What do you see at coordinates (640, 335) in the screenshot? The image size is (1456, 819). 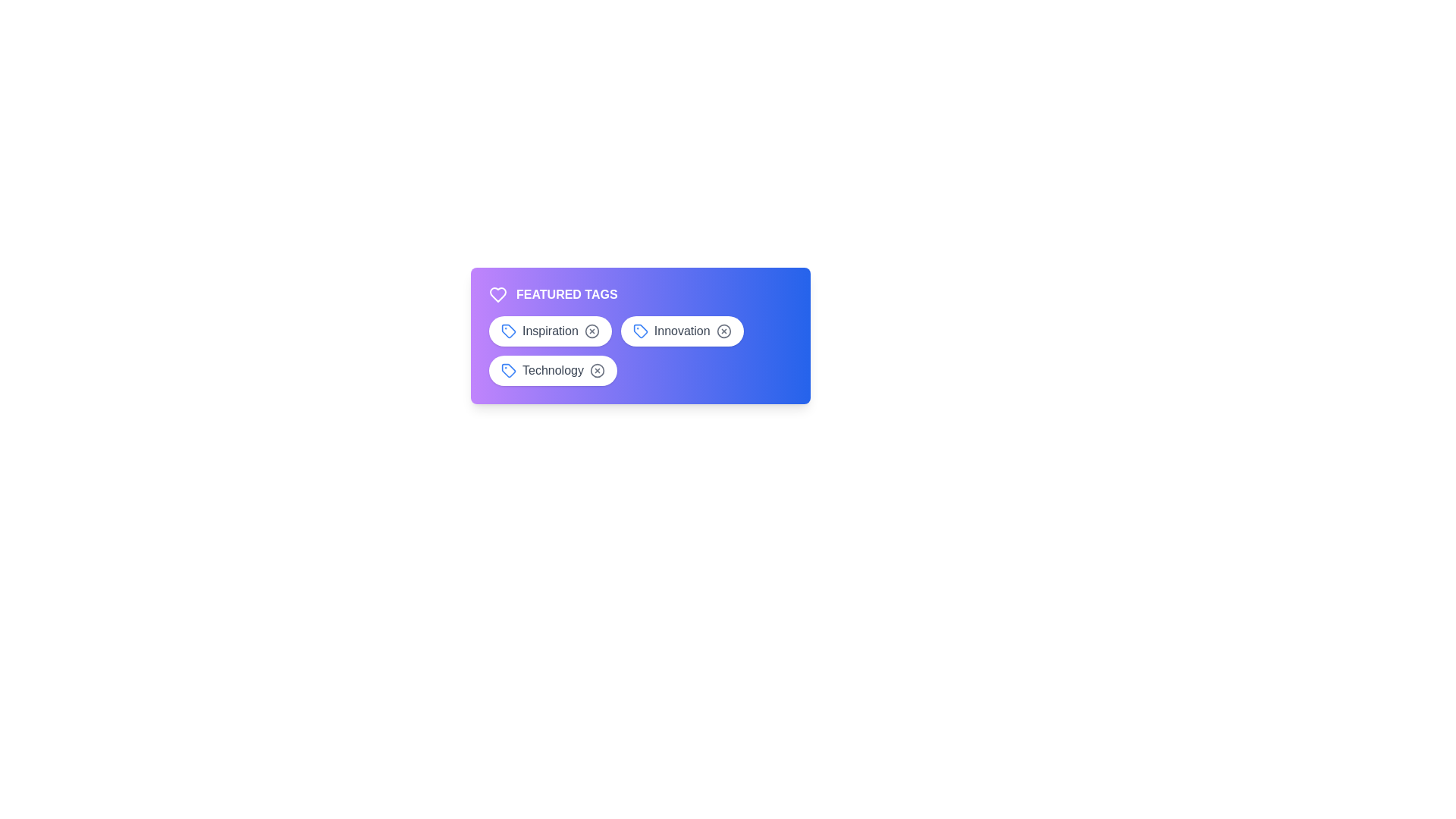 I see `the 'Innovation' tag label, which is the second tag` at bounding box center [640, 335].